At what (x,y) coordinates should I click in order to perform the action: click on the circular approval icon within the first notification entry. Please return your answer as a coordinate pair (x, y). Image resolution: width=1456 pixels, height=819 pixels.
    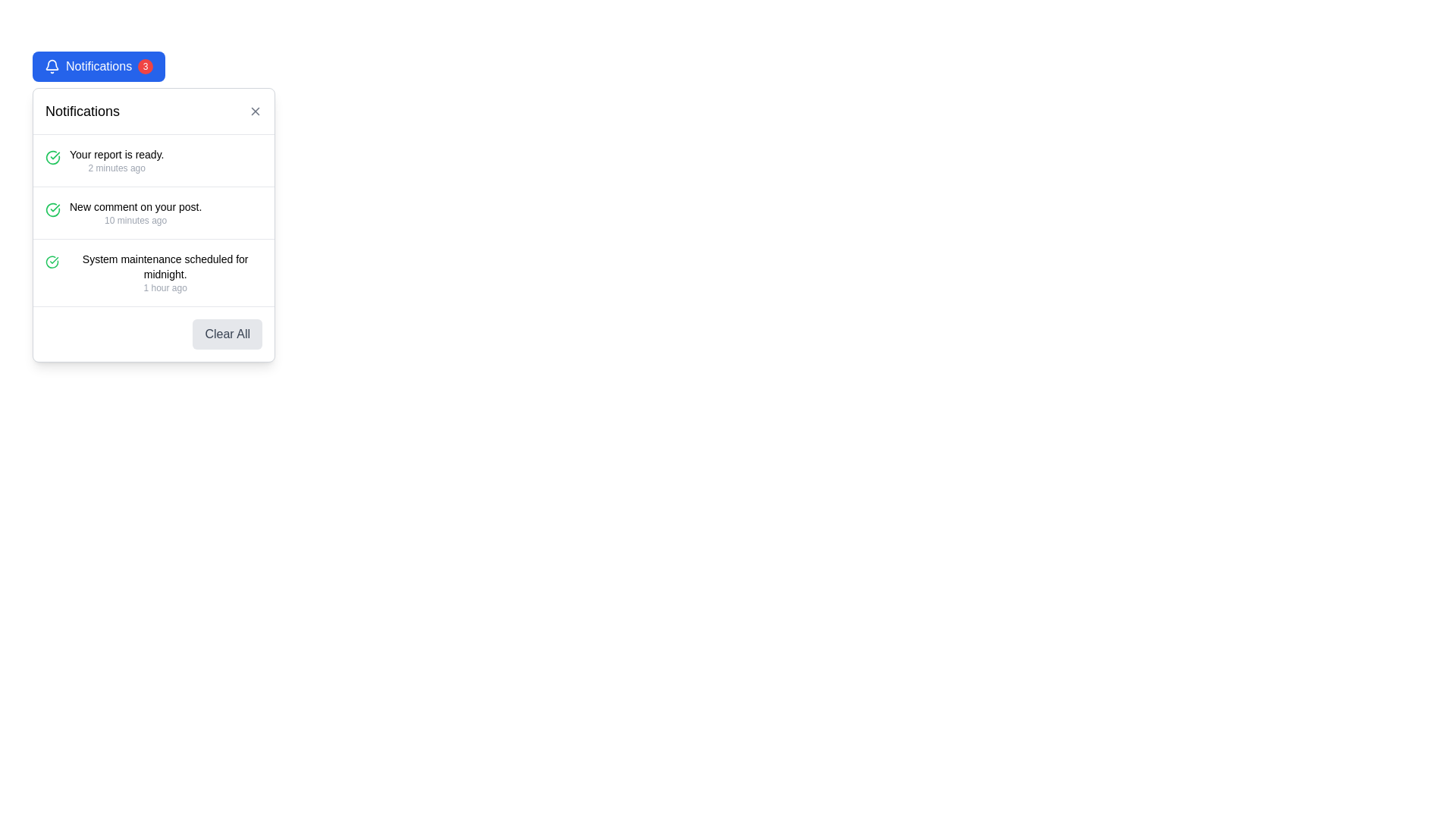
    Looking at the image, I should click on (53, 158).